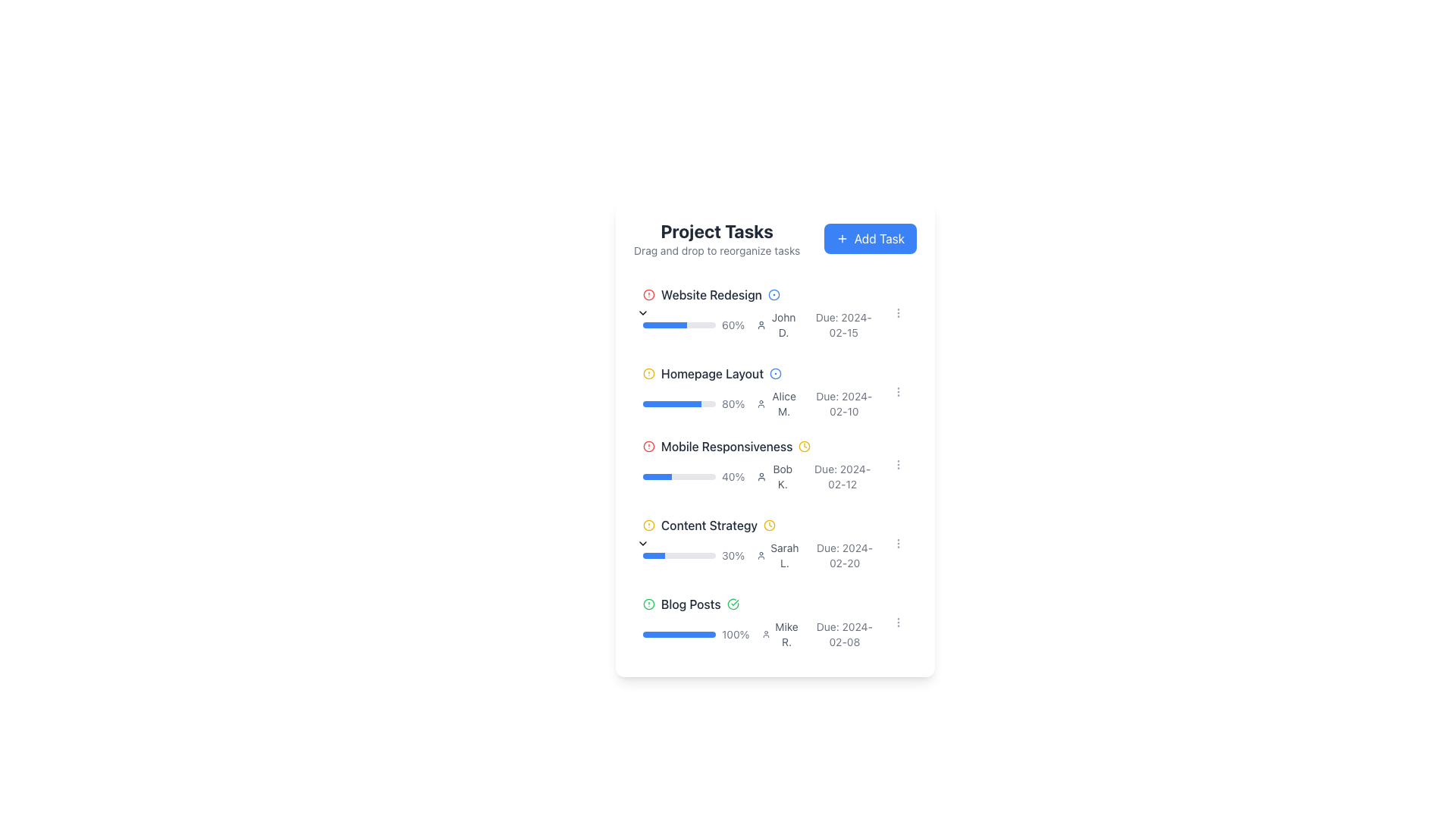 Image resolution: width=1456 pixels, height=819 pixels. What do you see at coordinates (693, 403) in the screenshot?
I see `visually represented percentage of the progress bar associated with the task 'Homepage Layout', which is the second progress bar from the top in the task list, located left of the username 'Alice M.' and due date 'Due: 2024-02-10.'` at bounding box center [693, 403].